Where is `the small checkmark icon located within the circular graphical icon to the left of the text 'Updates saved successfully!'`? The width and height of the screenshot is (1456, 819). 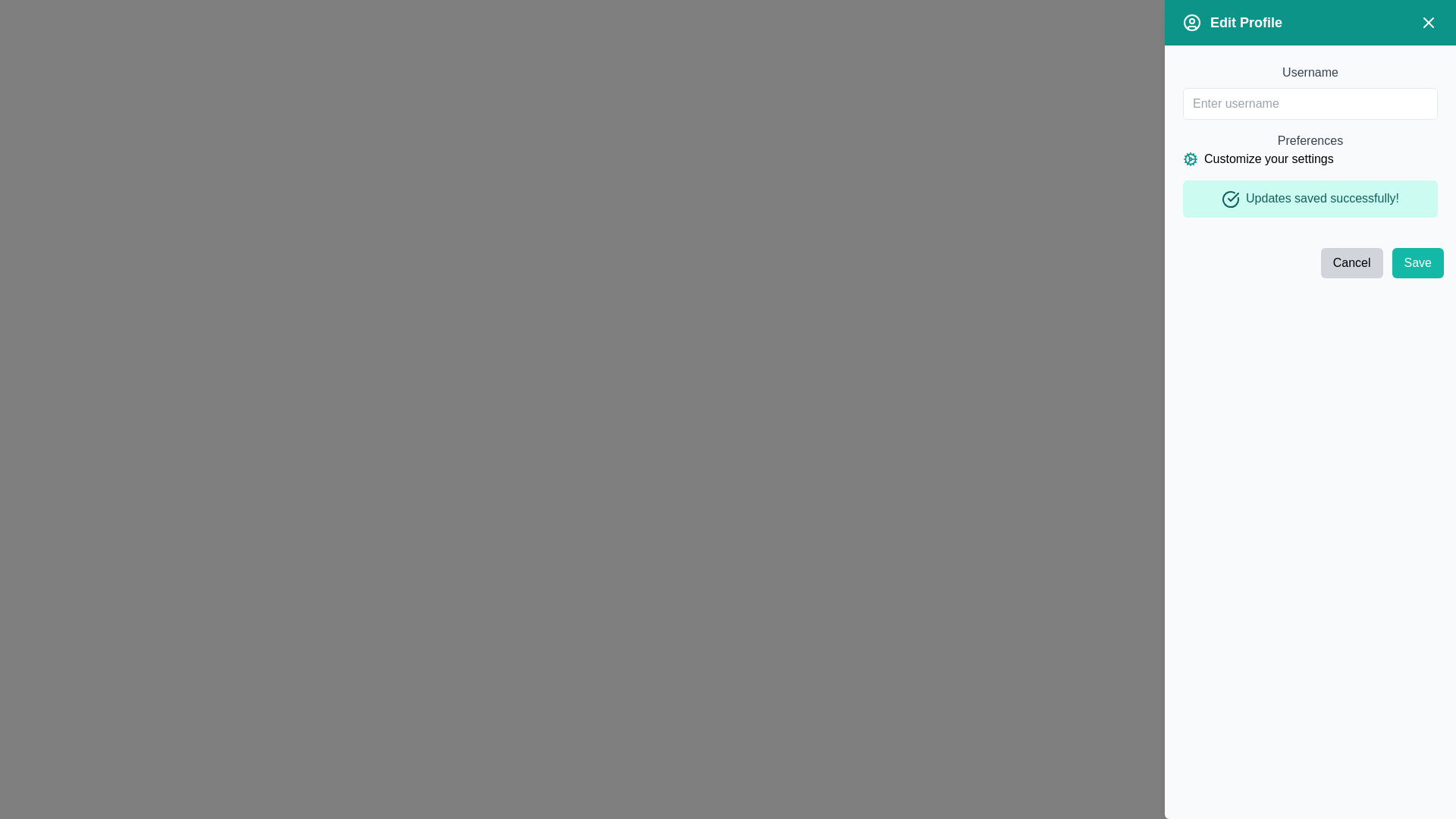 the small checkmark icon located within the circular graphical icon to the left of the text 'Updates saved successfully!' is located at coordinates (1233, 196).